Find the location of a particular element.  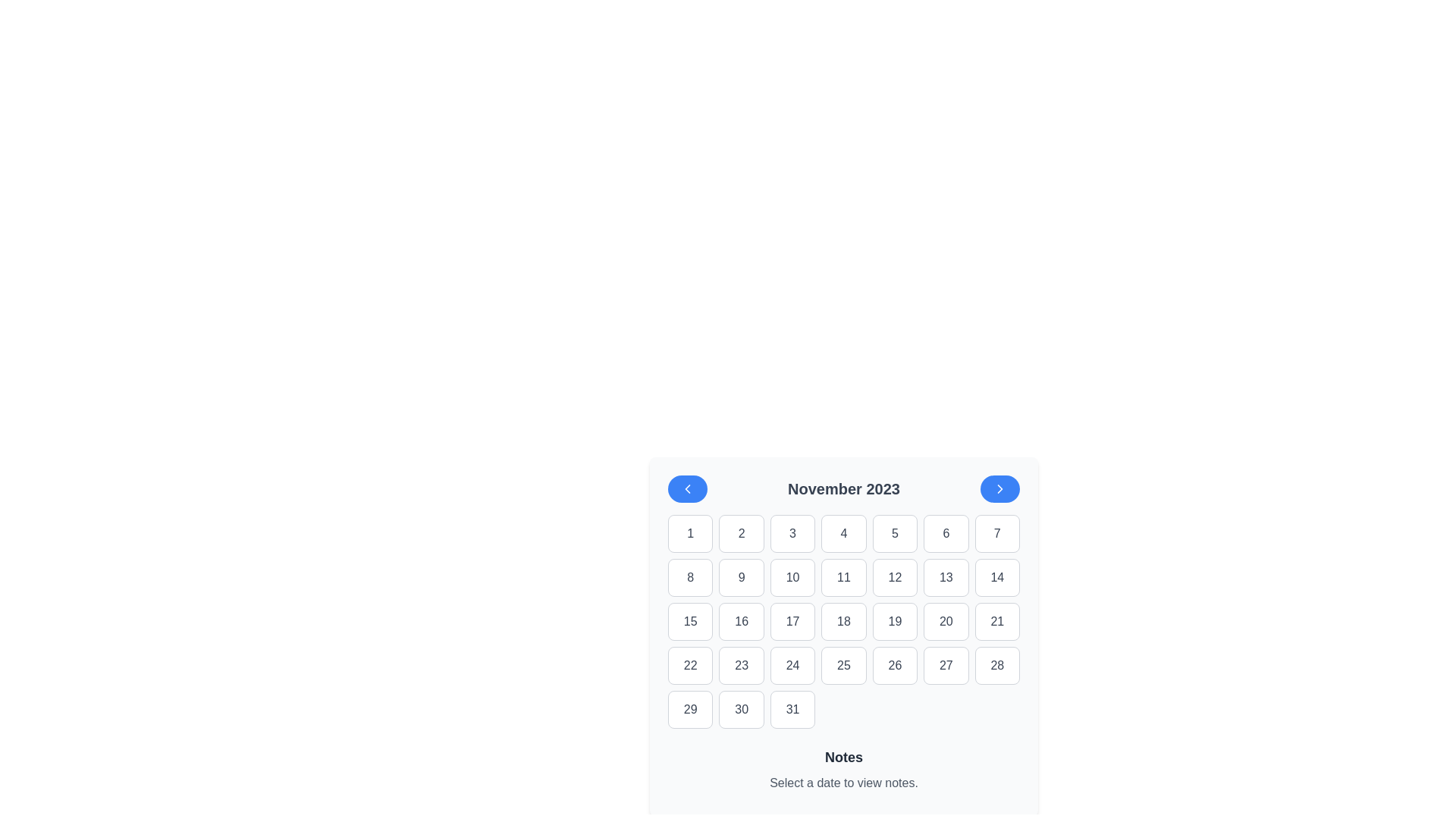

the squared button with rounded corners that displays the number '22' in dark grey, located in the fourth row and first column of the calendar grid is located at coordinates (689, 665).